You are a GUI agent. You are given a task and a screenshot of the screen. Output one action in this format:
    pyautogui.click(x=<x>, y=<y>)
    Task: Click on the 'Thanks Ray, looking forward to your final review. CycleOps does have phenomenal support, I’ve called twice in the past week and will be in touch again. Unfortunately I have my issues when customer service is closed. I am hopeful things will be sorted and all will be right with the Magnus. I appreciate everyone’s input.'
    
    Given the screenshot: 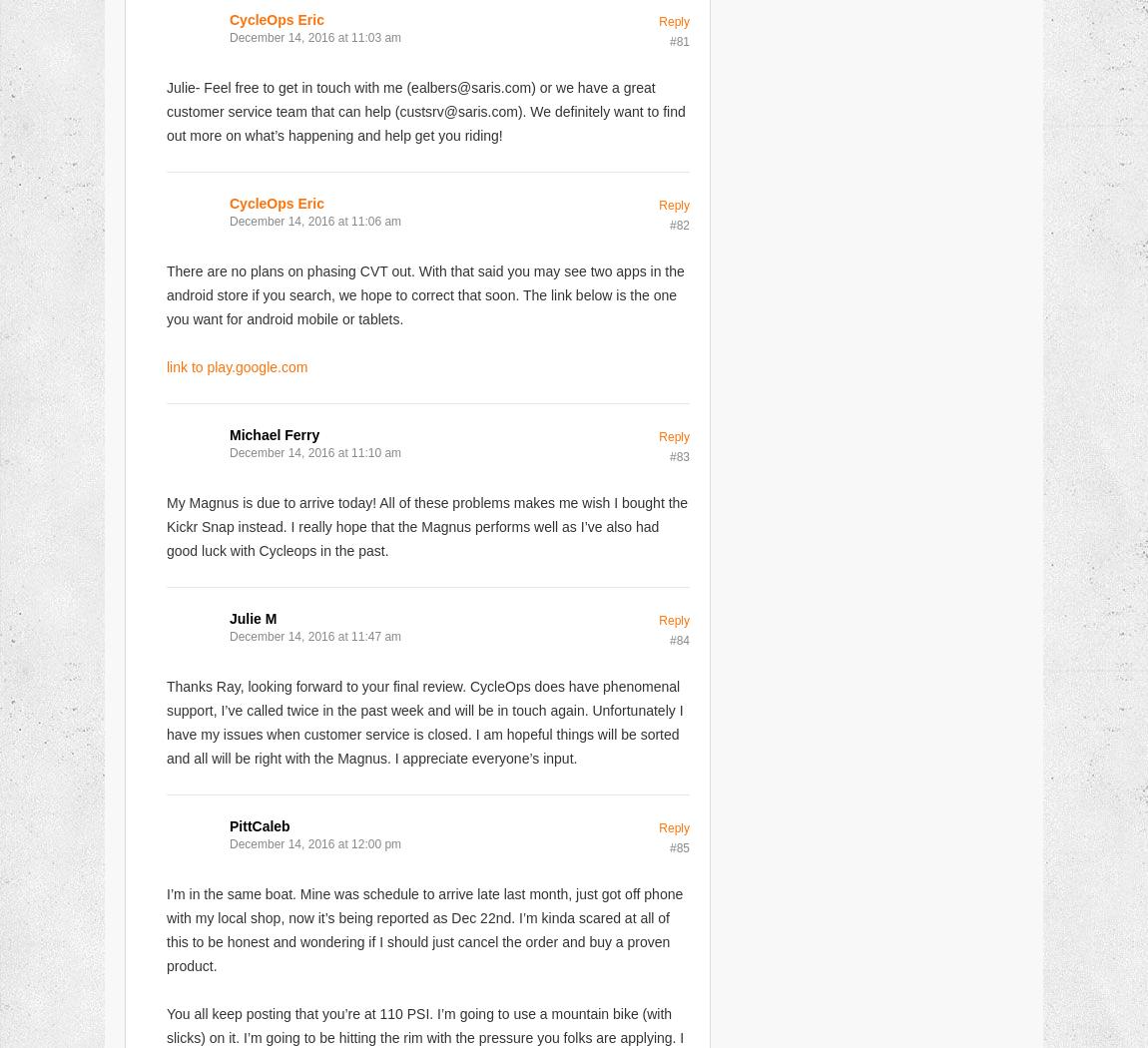 What is the action you would take?
    pyautogui.click(x=424, y=721)
    